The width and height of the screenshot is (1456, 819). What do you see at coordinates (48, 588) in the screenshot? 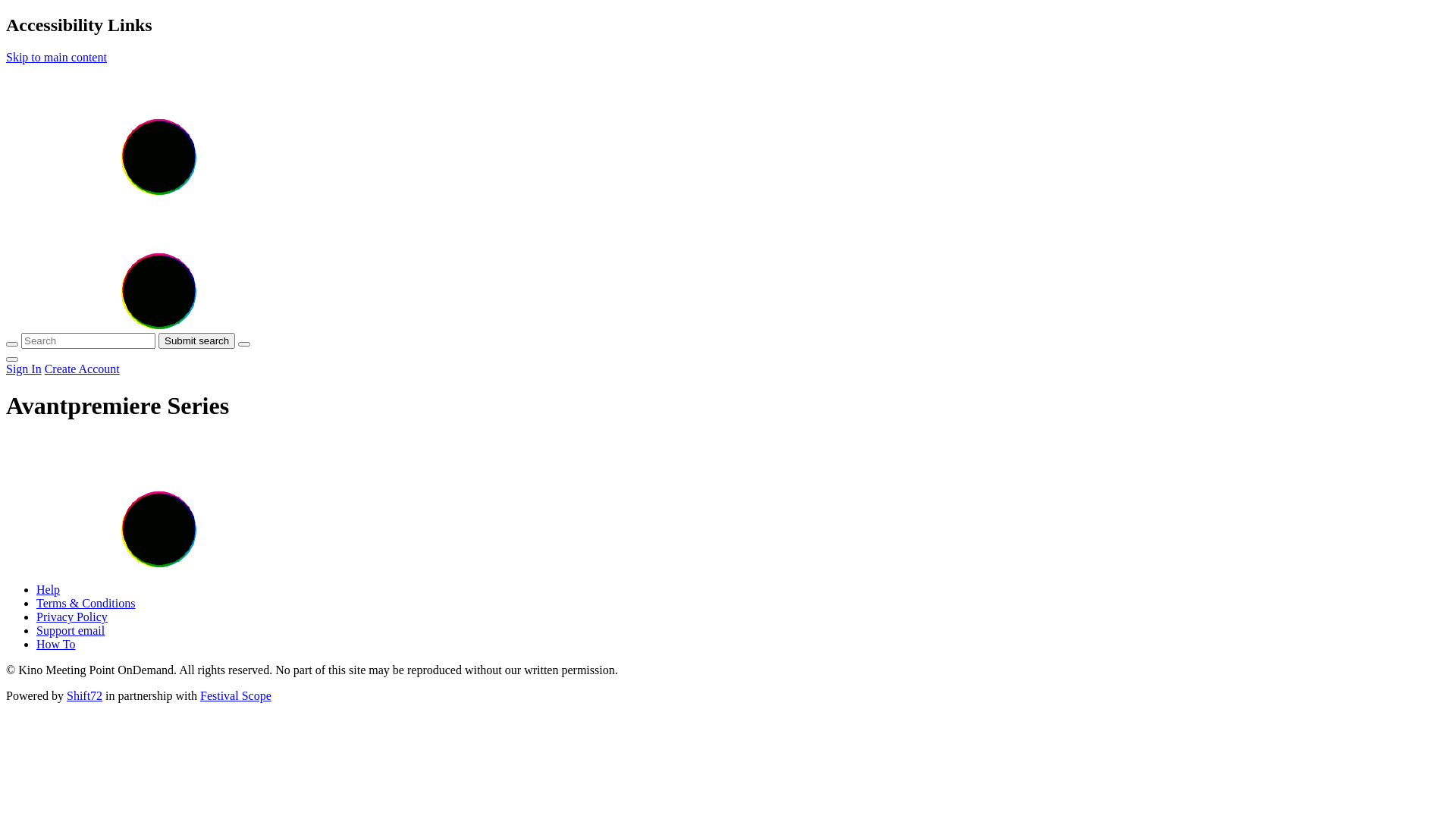
I see `'Help'` at bounding box center [48, 588].